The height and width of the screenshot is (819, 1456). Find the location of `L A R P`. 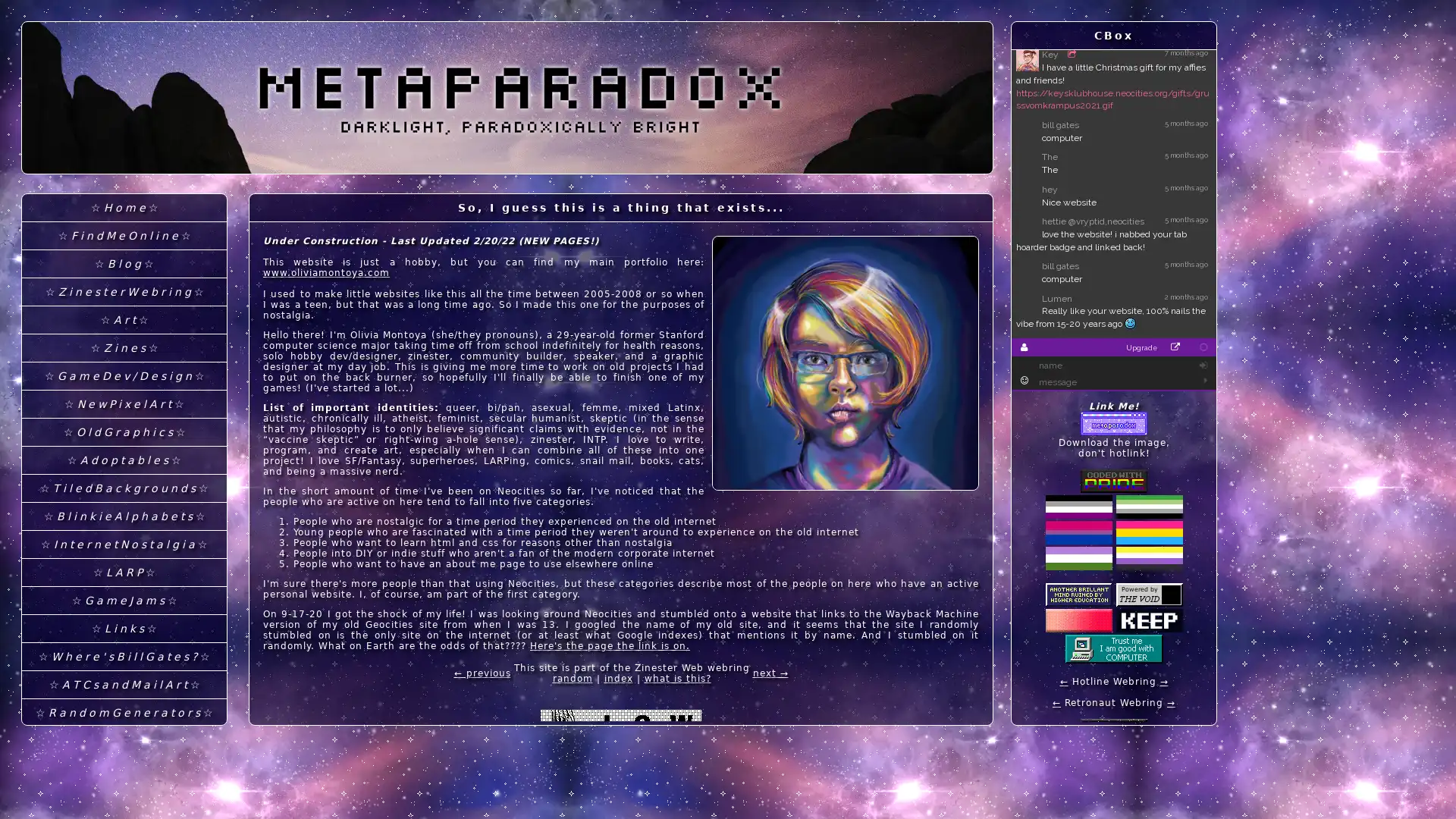

L A R P is located at coordinates (124, 573).